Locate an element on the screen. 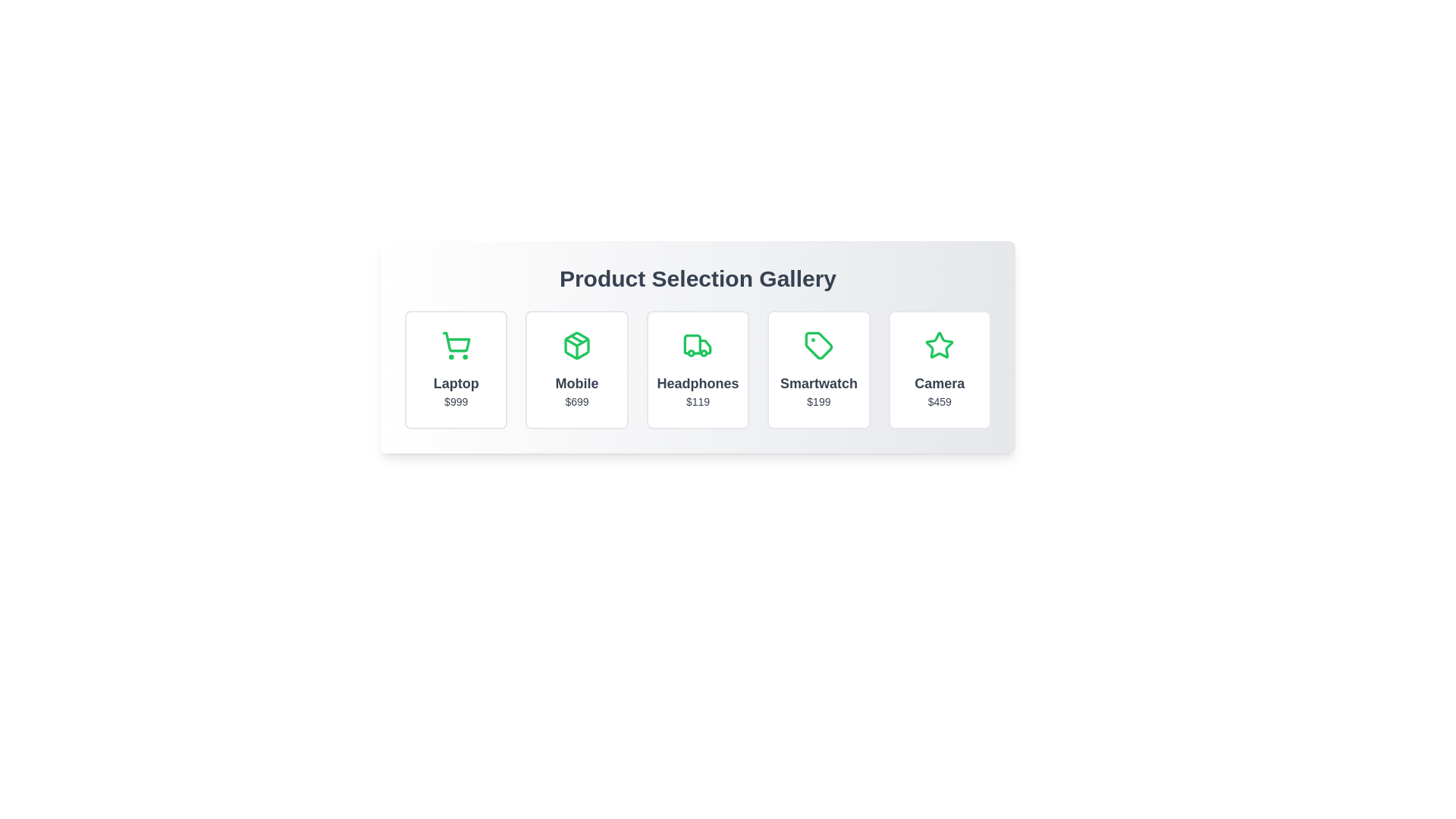  text label 'Headphones$119' which identifies the product in the product selection interface is located at coordinates (697, 382).